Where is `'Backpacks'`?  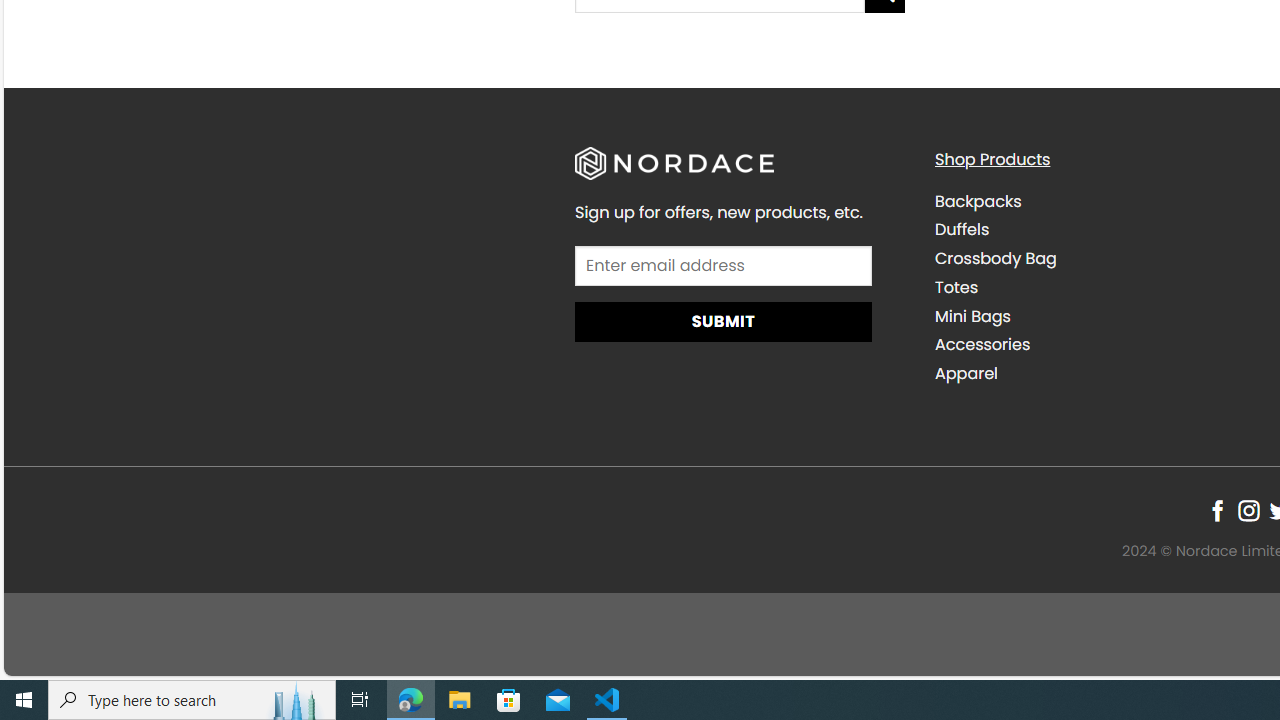
'Backpacks' is located at coordinates (977, 200).